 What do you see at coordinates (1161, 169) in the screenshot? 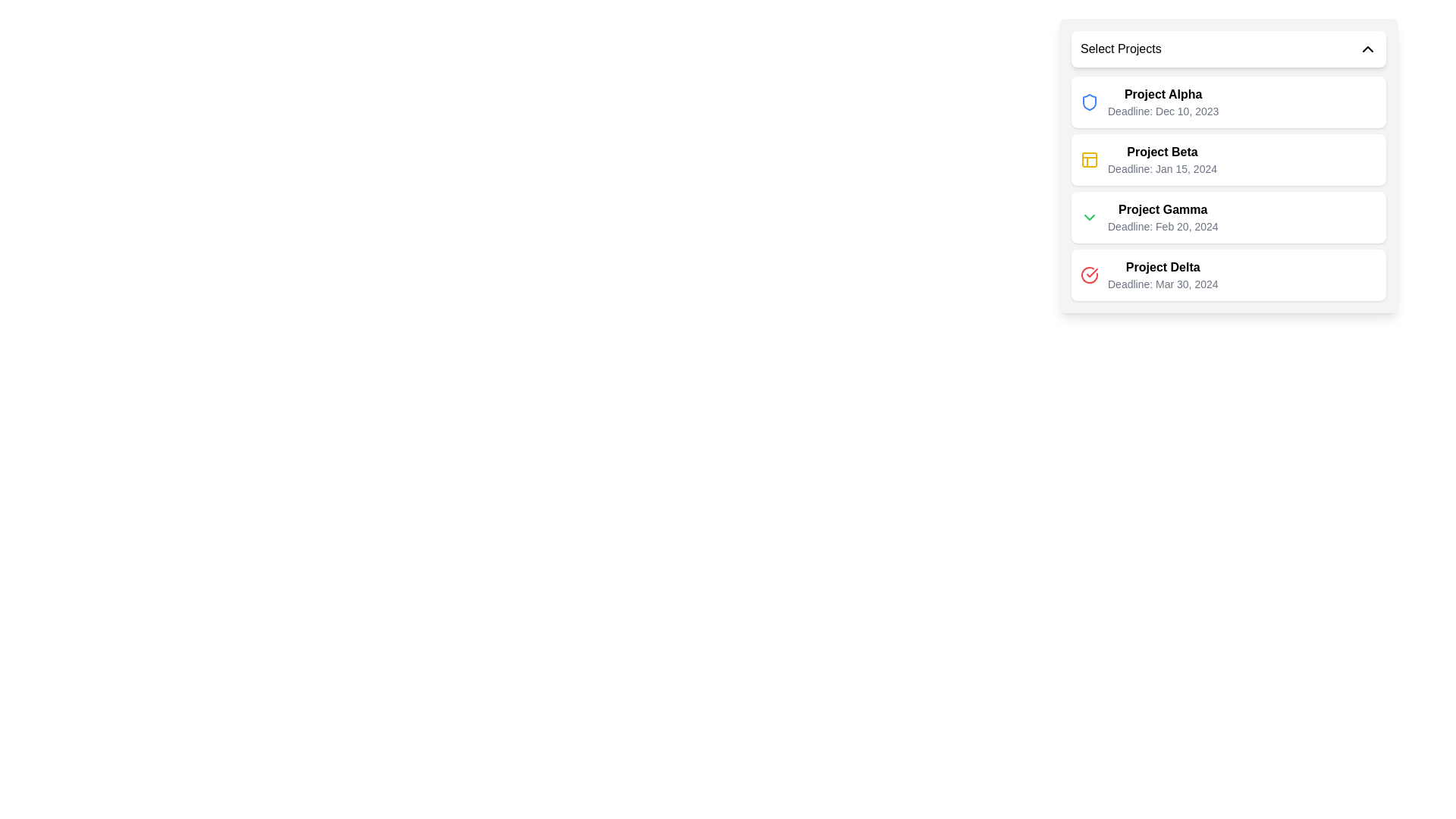
I see `the text label providing deadline information for 'Project Beta' located below its title in the project list` at bounding box center [1161, 169].